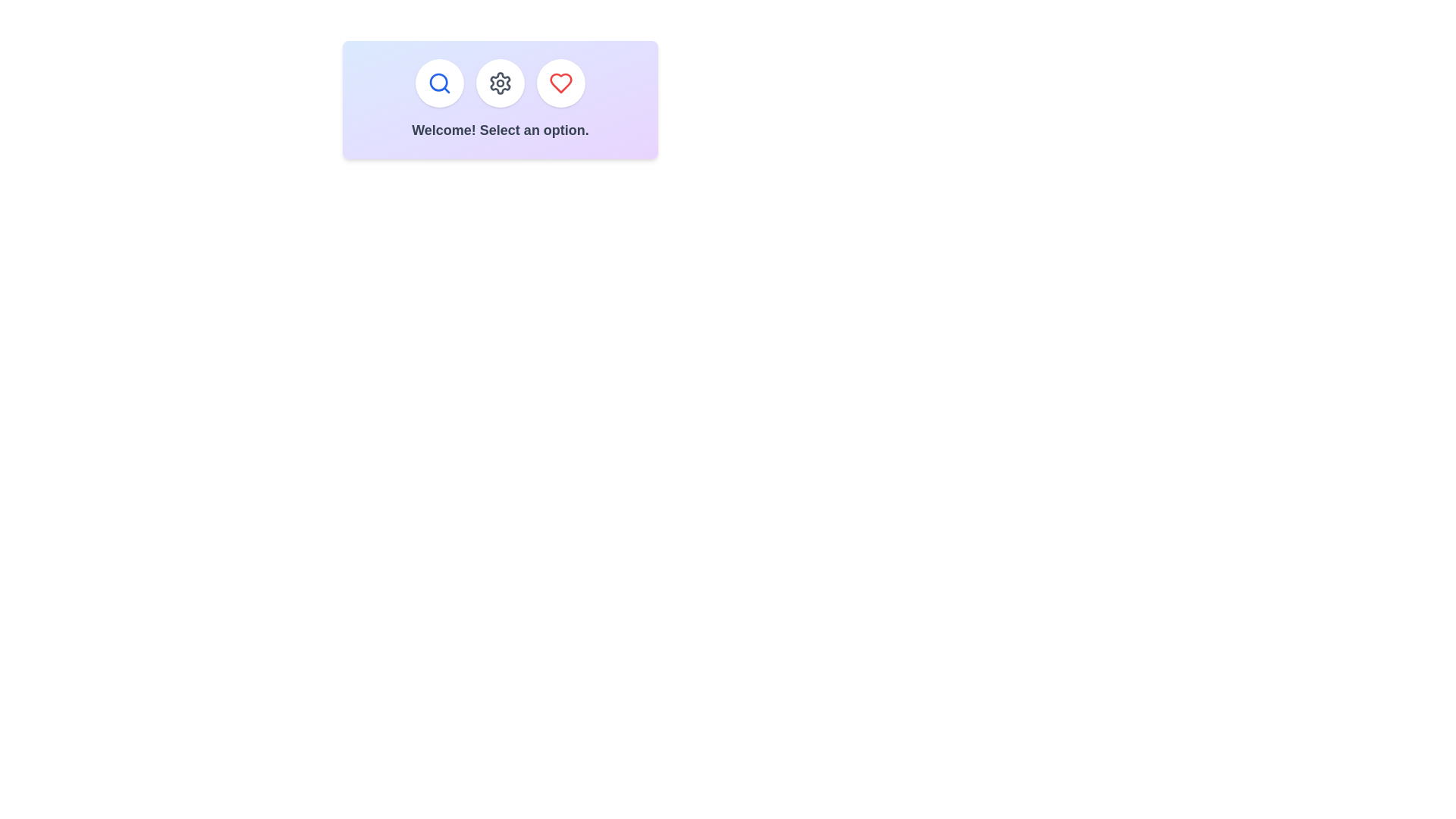 The height and width of the screenshot is (819, 1456). I want to click on the gear-shaped icon, which is the second in a horizontal arrangement of three circular icons, so click(500, 83).